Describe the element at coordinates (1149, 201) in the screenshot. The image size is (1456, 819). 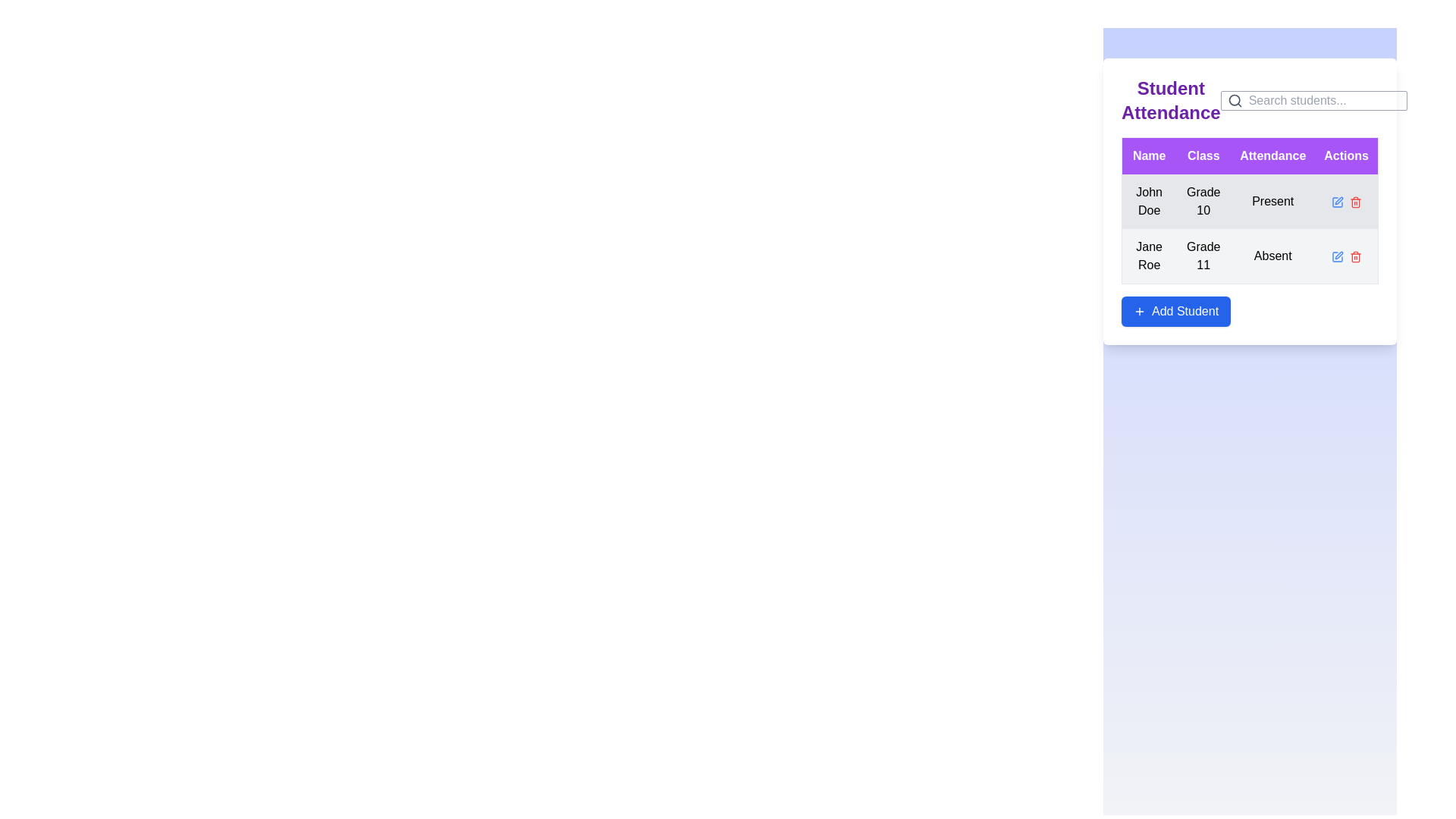
I see `the text label displaying the name 'John Doe' in the first row of the attendance table under the 'Name' column` at that location.